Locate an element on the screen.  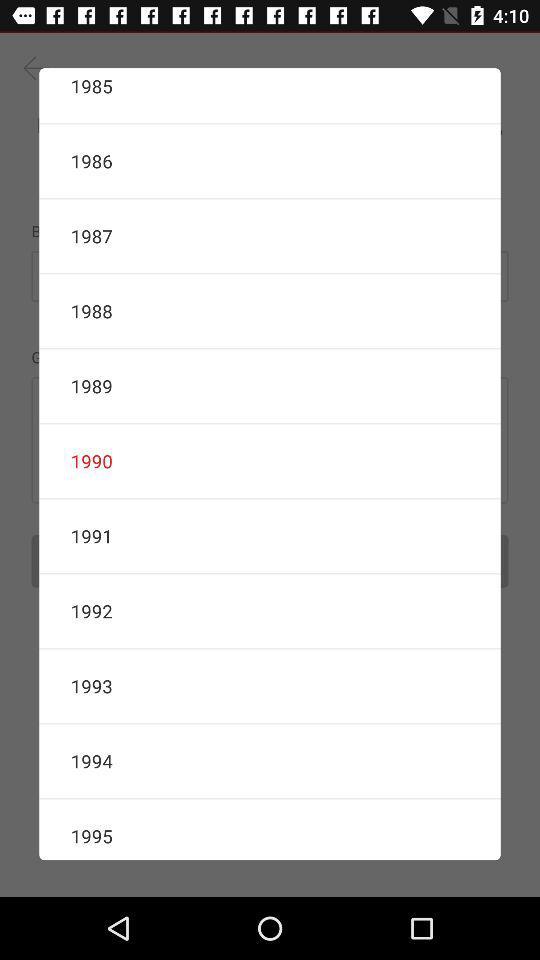
item above the 1990 is located at coordinates (270, 385).